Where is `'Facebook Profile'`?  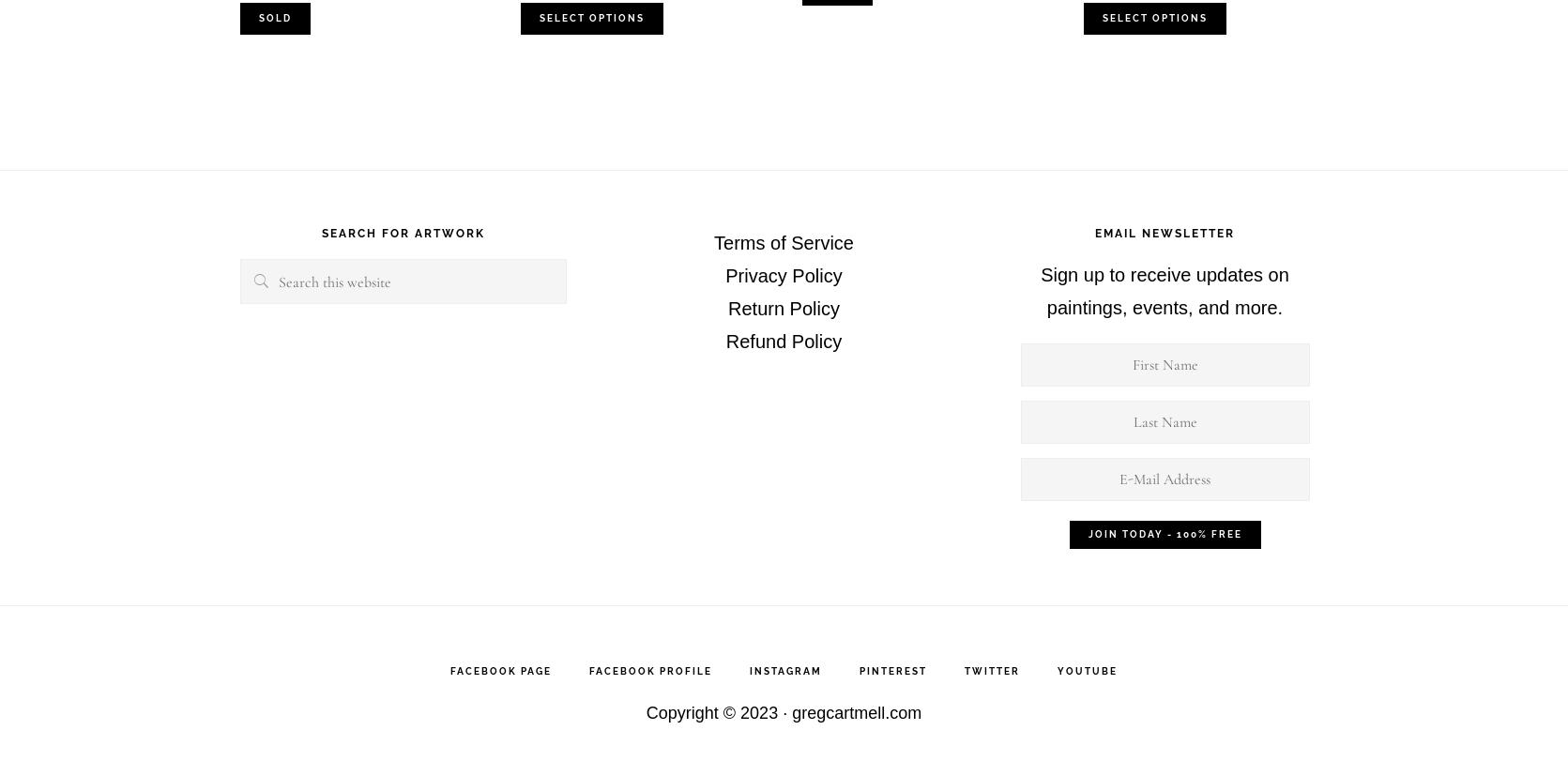
'Facebook Profile' is located at coordinates (649, 671).